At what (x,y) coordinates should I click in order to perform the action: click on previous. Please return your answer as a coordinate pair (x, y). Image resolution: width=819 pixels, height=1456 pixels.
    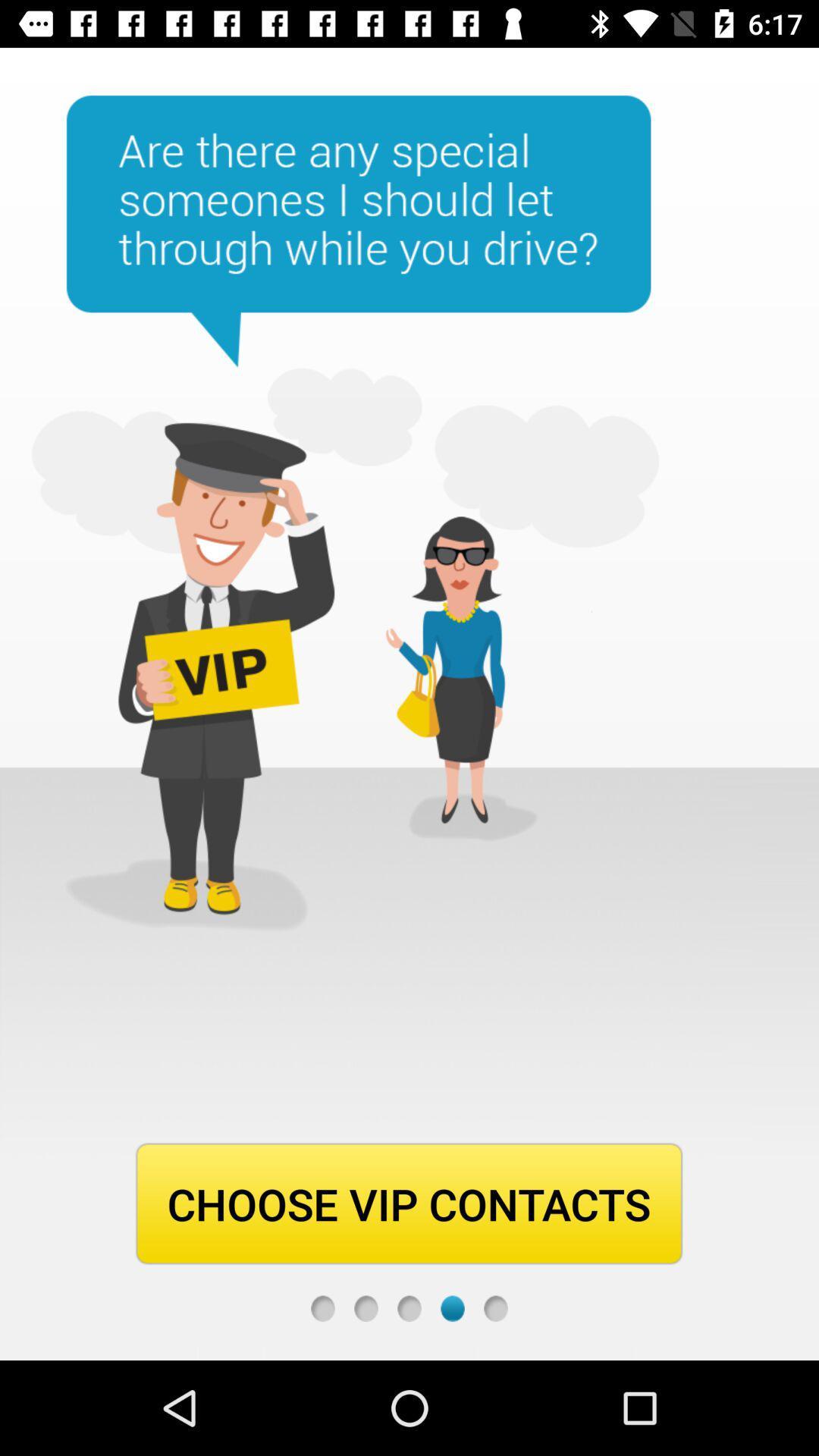
    Looking at the image, I should click on (409, 1307).